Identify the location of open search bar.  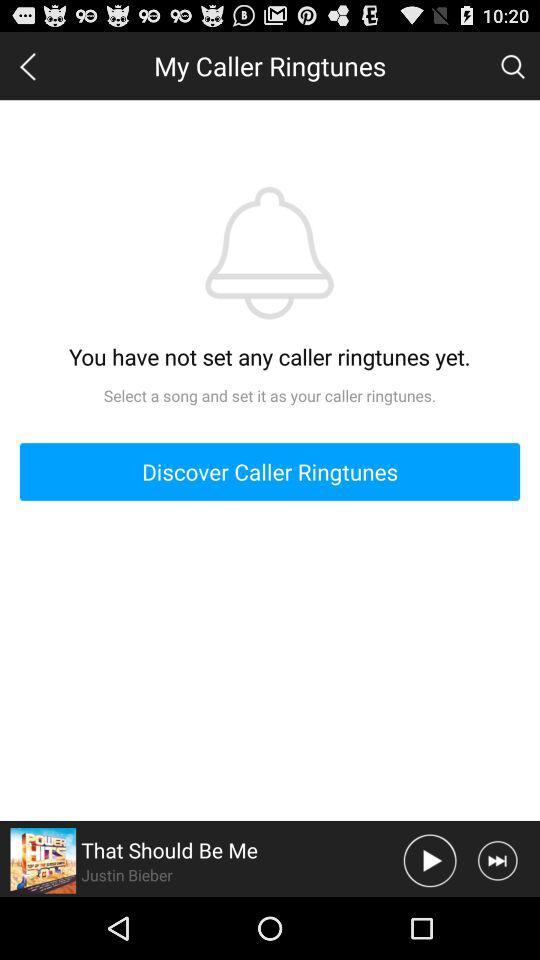
(512, 65).